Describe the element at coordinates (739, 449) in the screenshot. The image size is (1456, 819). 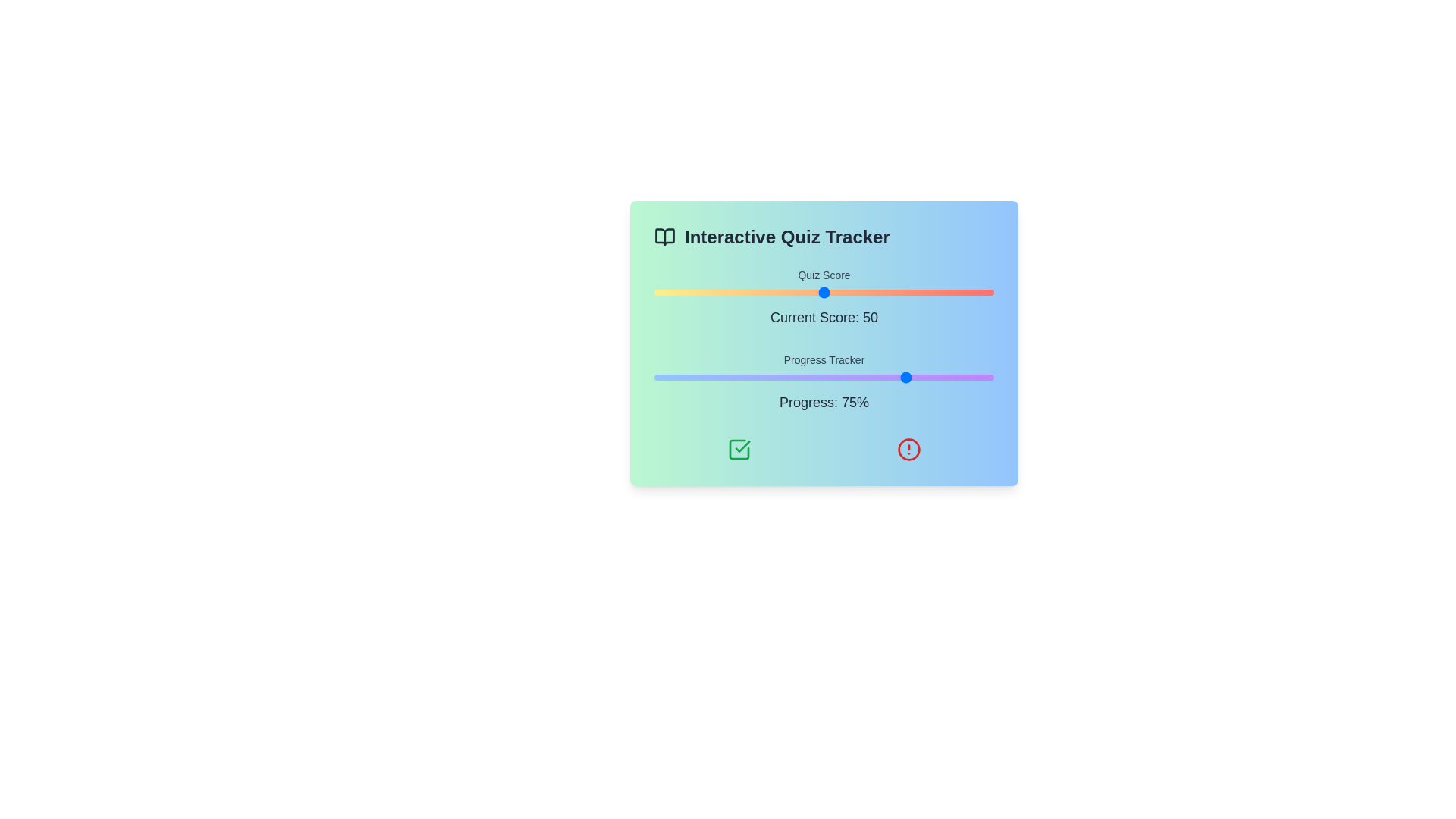
I see `the green checkmark icon to confirm the action` at that location.